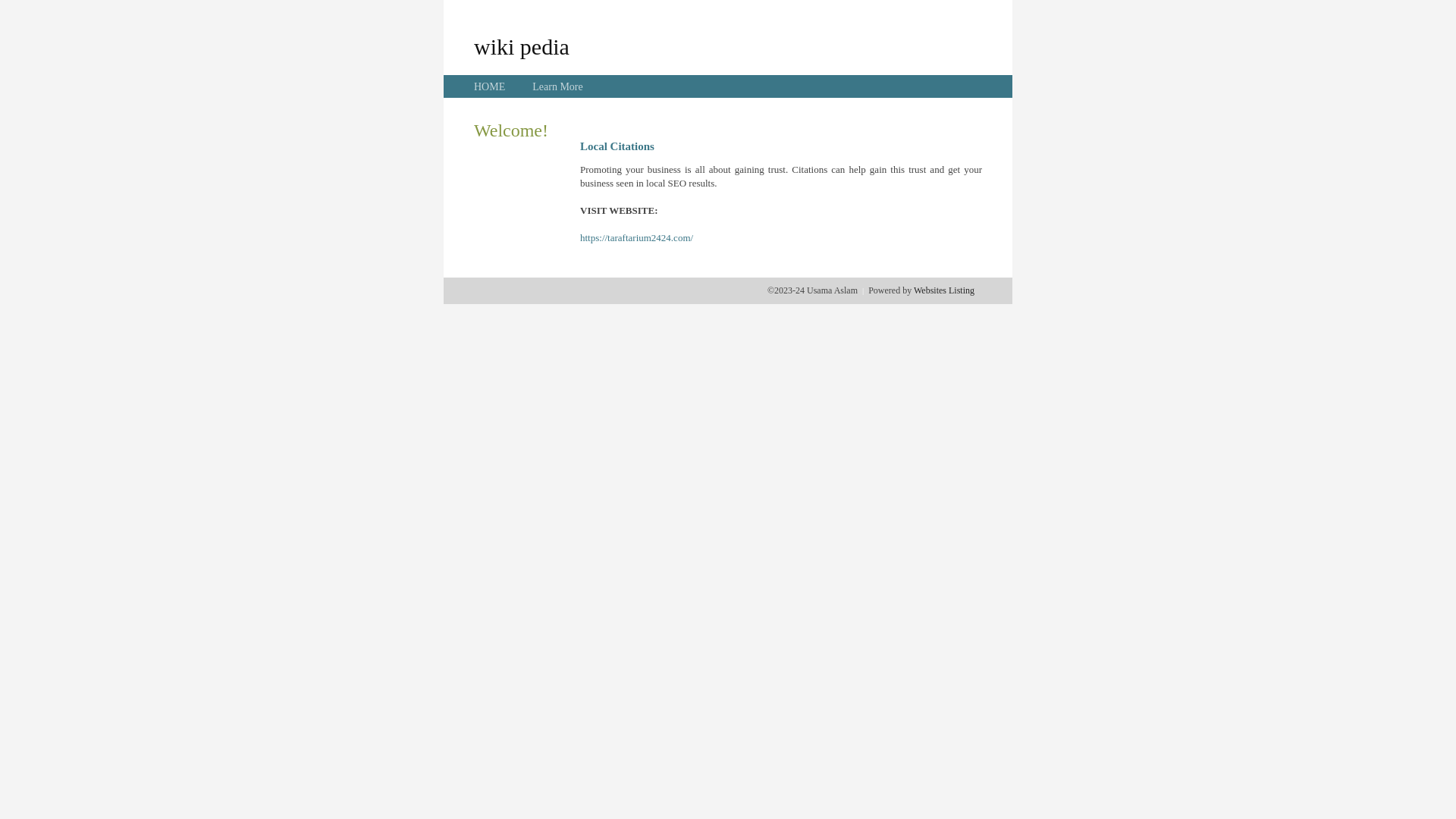  Describe the element at coordinates (472, 45) in the screenshot. I see `'wiki pedia'` at that location.